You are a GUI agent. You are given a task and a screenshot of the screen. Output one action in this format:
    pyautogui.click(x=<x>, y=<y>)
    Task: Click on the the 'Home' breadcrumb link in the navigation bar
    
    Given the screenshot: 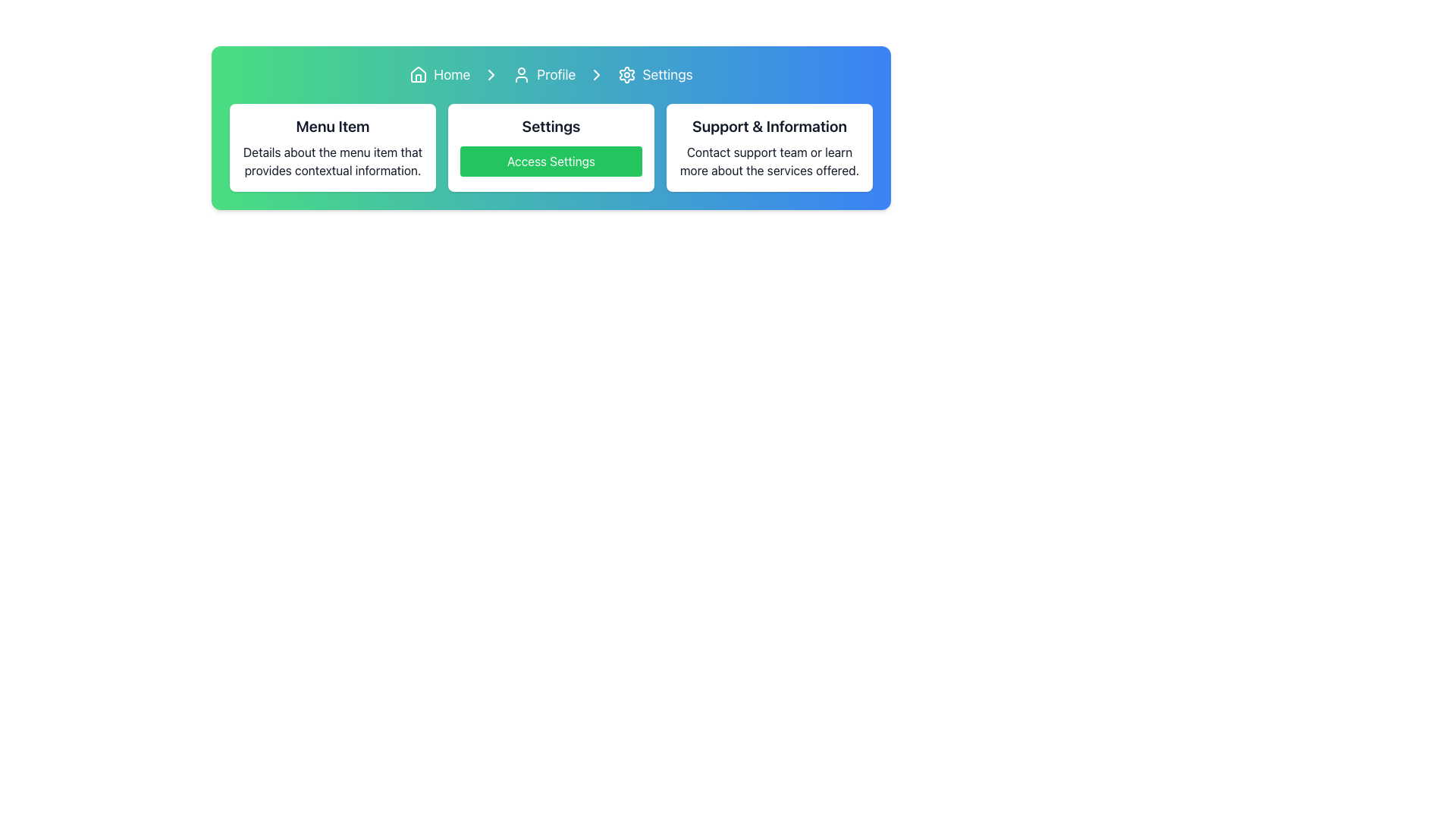 What is the action you would take?
    pyautogui.click(x=439, y=75)
    